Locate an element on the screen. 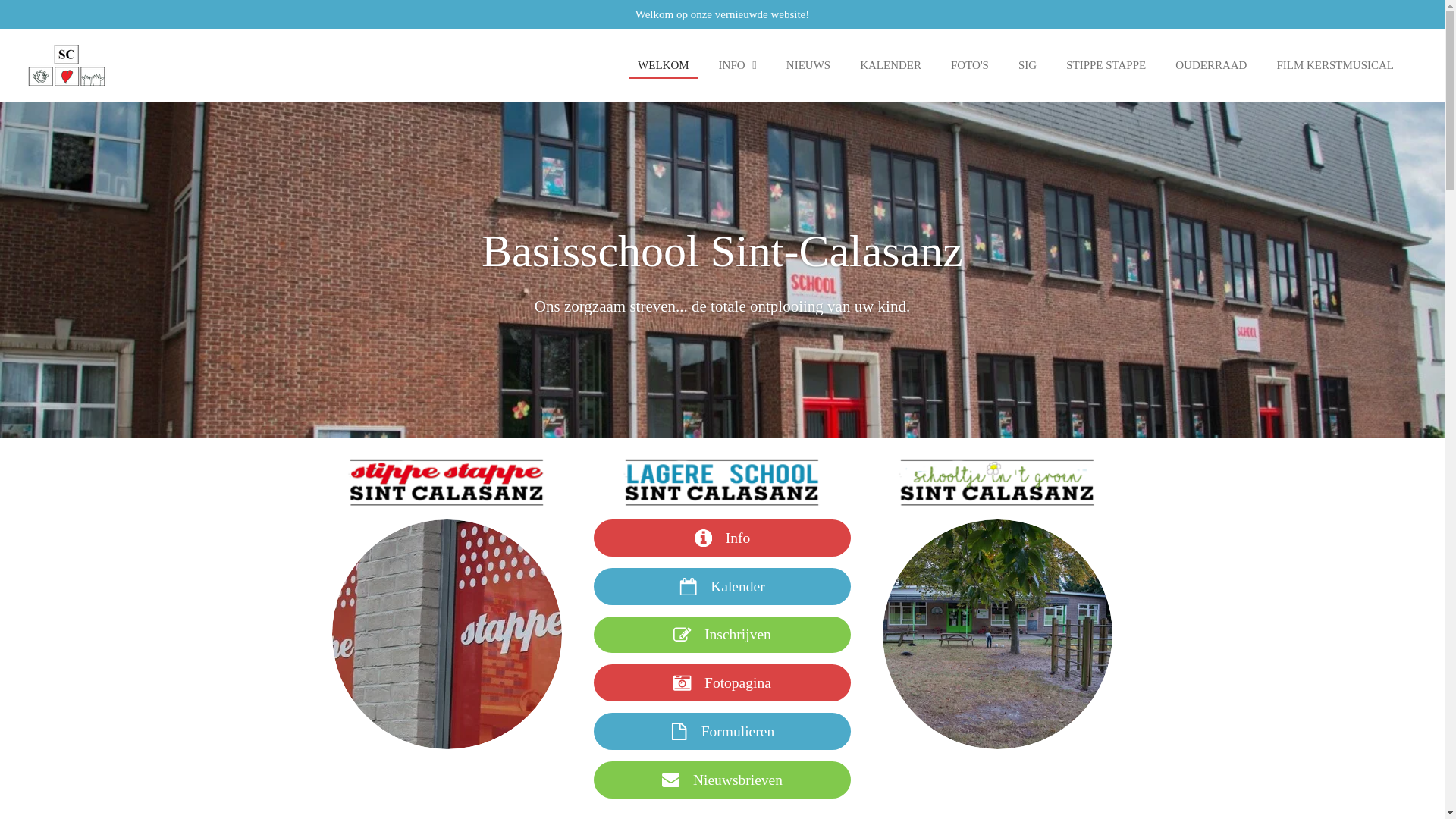 The width and height of the screenshot is (1456, 819). 'STIPPE STAPPE' is located at coordinates (1106, 64).